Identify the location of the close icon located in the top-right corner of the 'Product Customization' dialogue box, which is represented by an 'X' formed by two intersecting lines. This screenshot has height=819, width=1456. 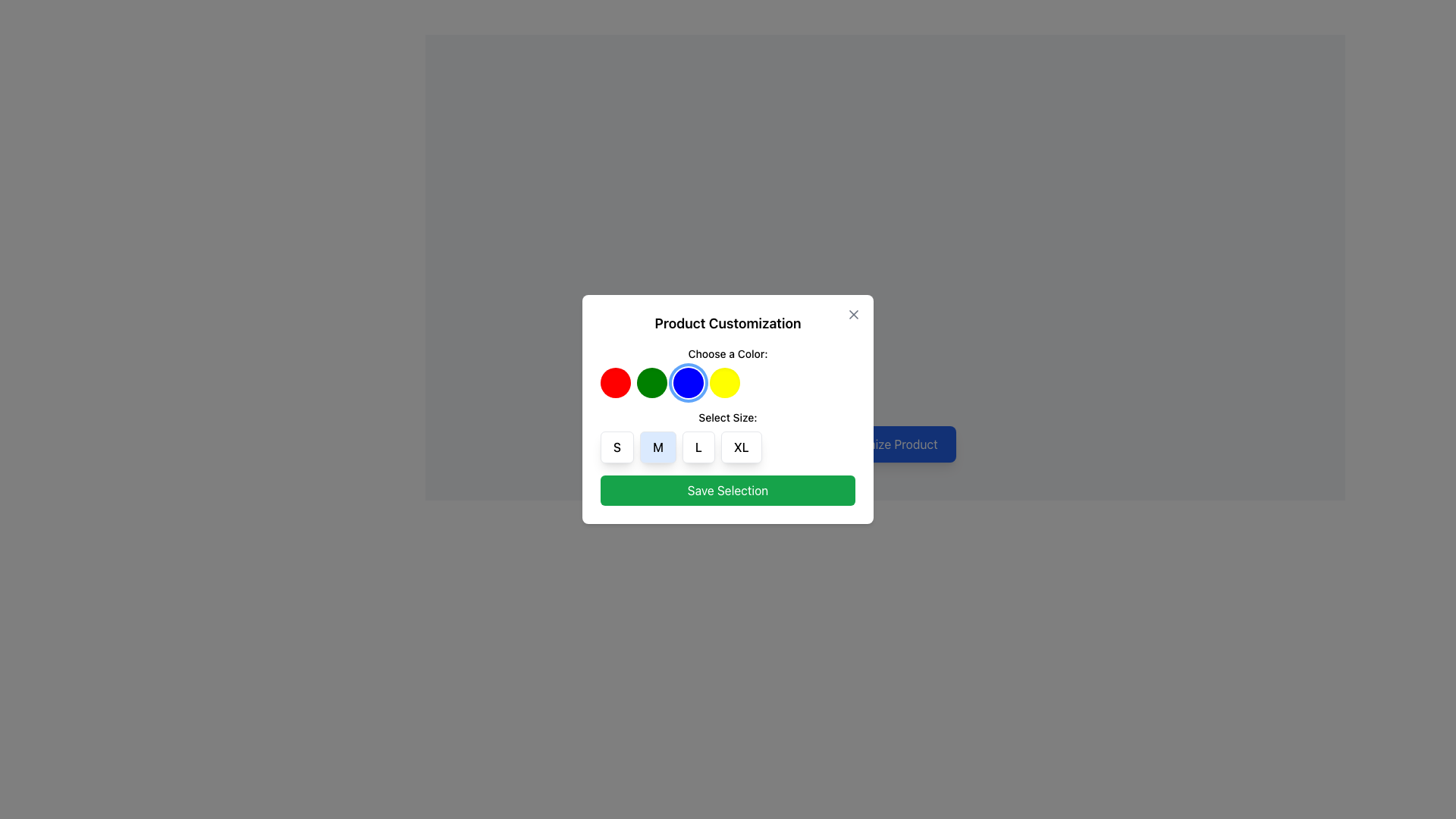
(854, 314).